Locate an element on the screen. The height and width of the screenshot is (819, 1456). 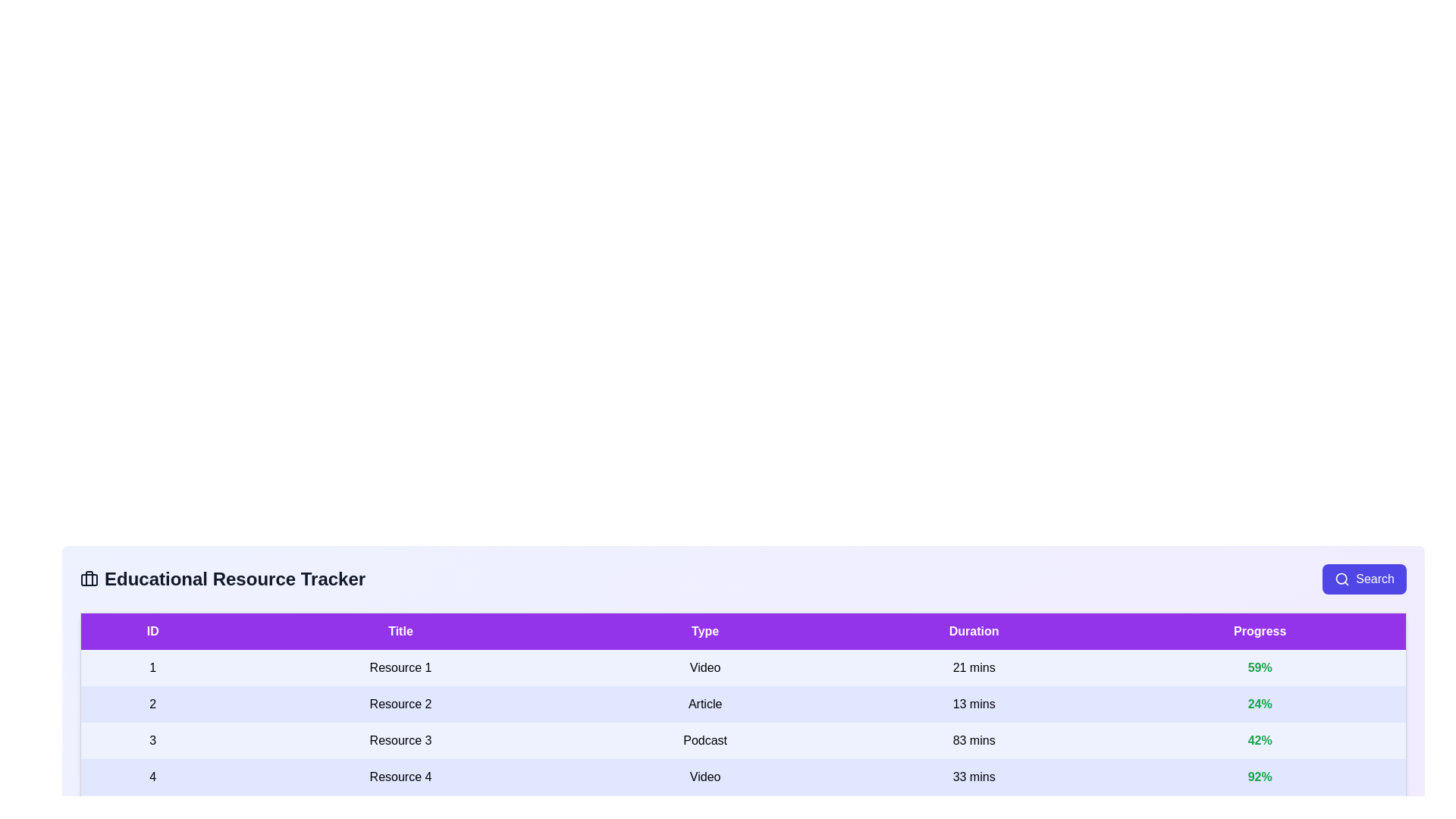
the column header ID to sort the resources by that column is located at coordinates (152, 631).